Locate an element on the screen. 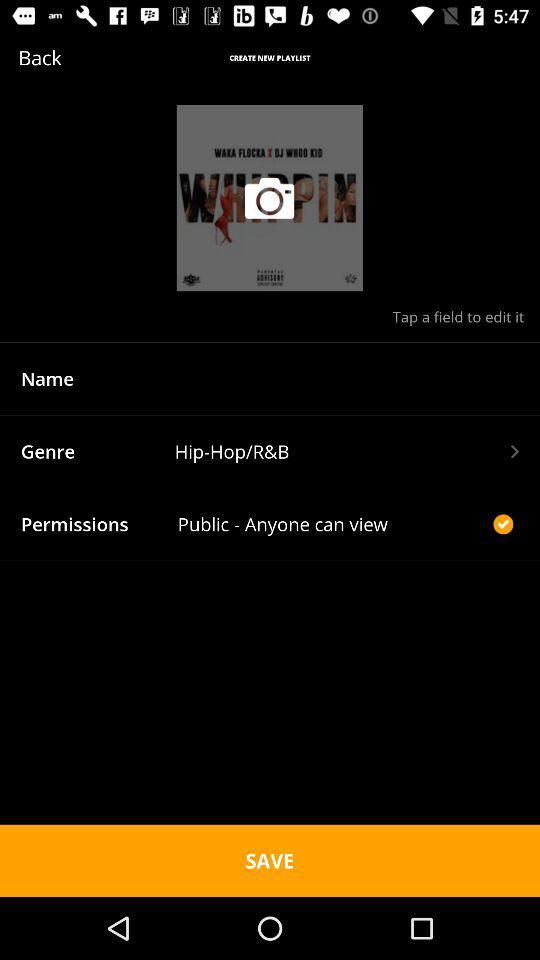 This screenshot has width=540, height=960. the save item is located at coordinates (270, 859).